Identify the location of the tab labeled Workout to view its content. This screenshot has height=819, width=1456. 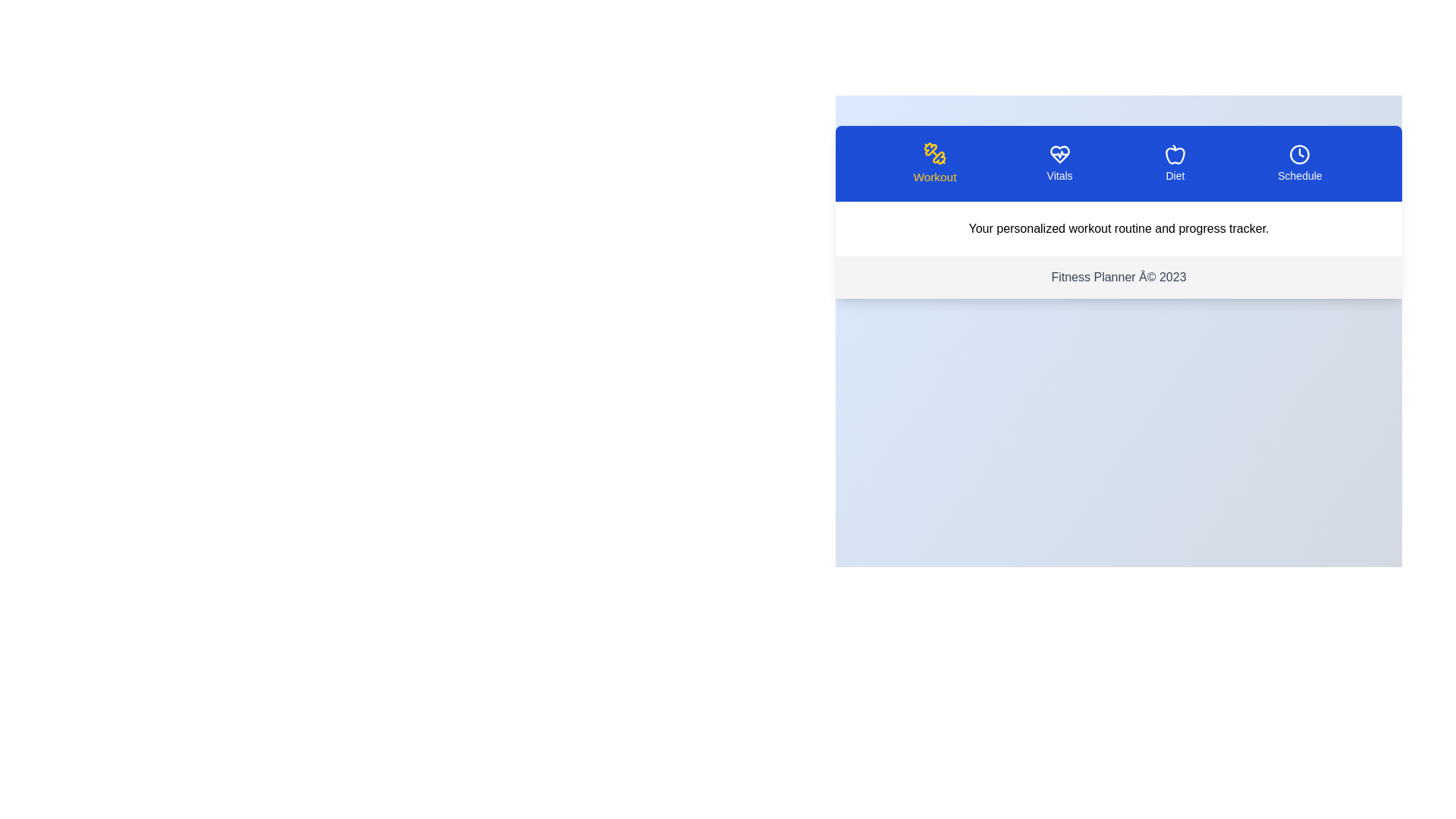
(934, 164).